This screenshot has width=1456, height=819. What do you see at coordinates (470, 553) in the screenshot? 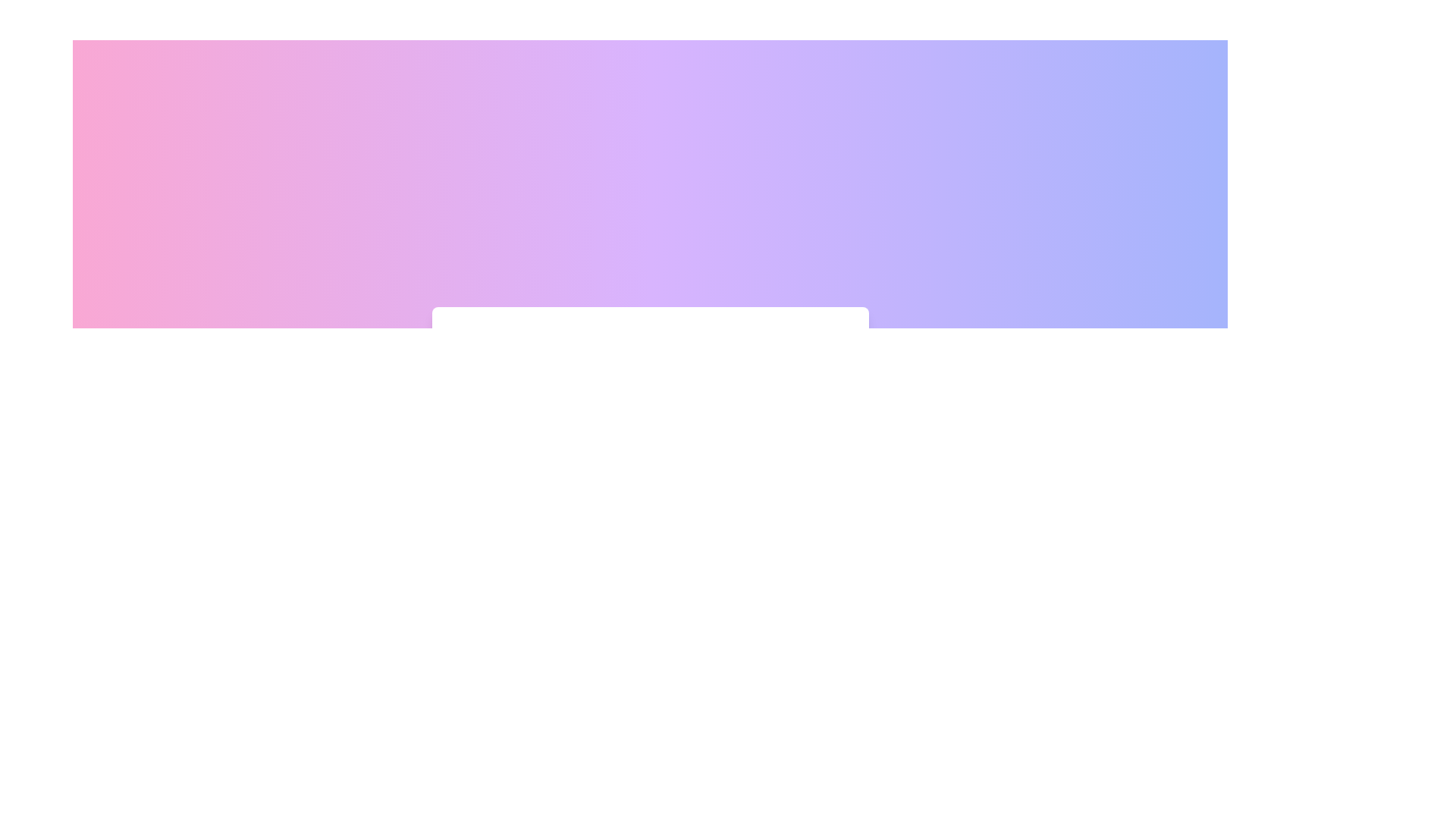
I see `the Circle element within the SVG graphic, which is a 20x20 pixel circular element located near the bottom-middle of the interface` at bounding box center [470, 553].